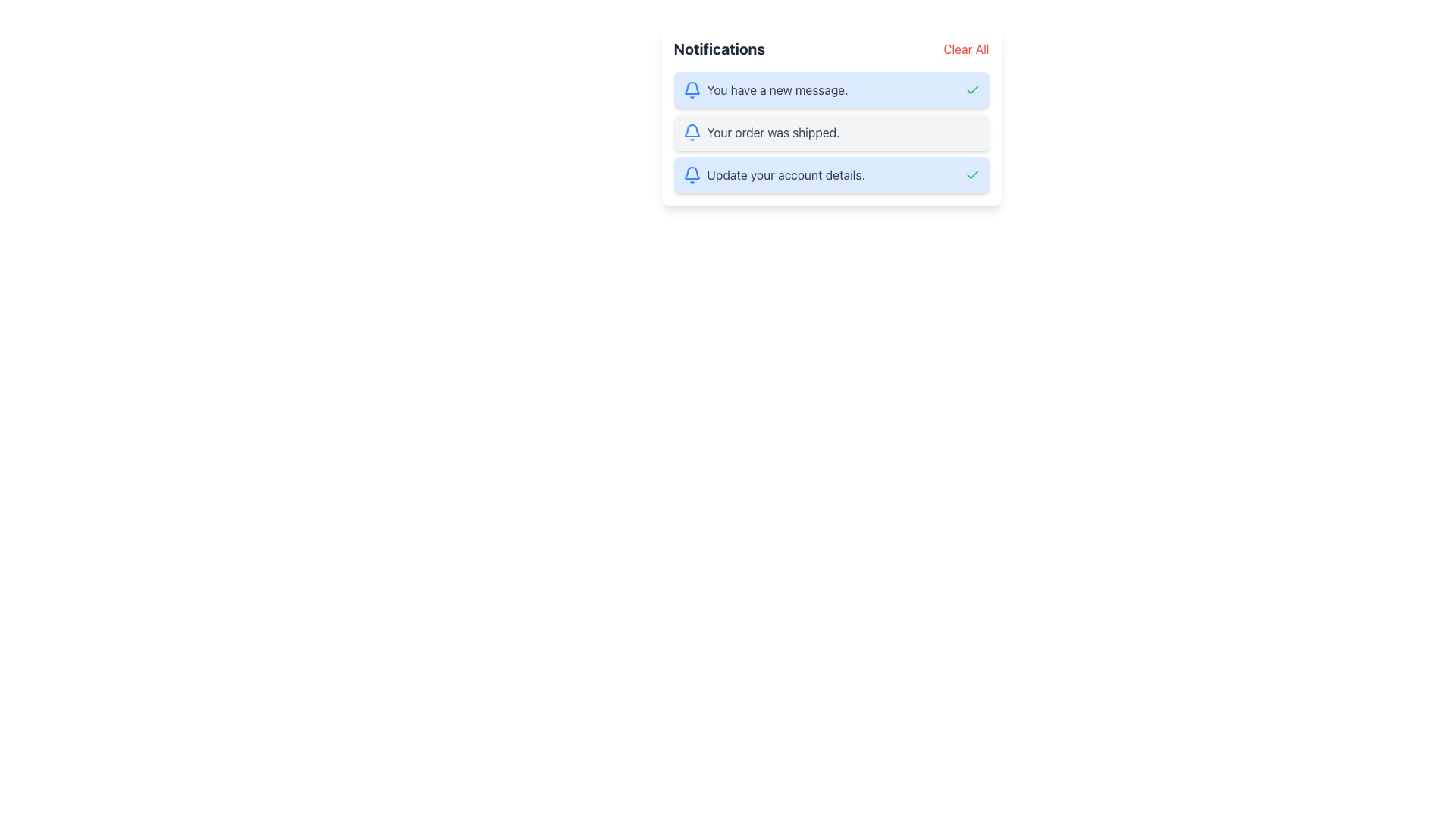  I want to click on the second notification item in the notification card to see details, so click(830, 131).